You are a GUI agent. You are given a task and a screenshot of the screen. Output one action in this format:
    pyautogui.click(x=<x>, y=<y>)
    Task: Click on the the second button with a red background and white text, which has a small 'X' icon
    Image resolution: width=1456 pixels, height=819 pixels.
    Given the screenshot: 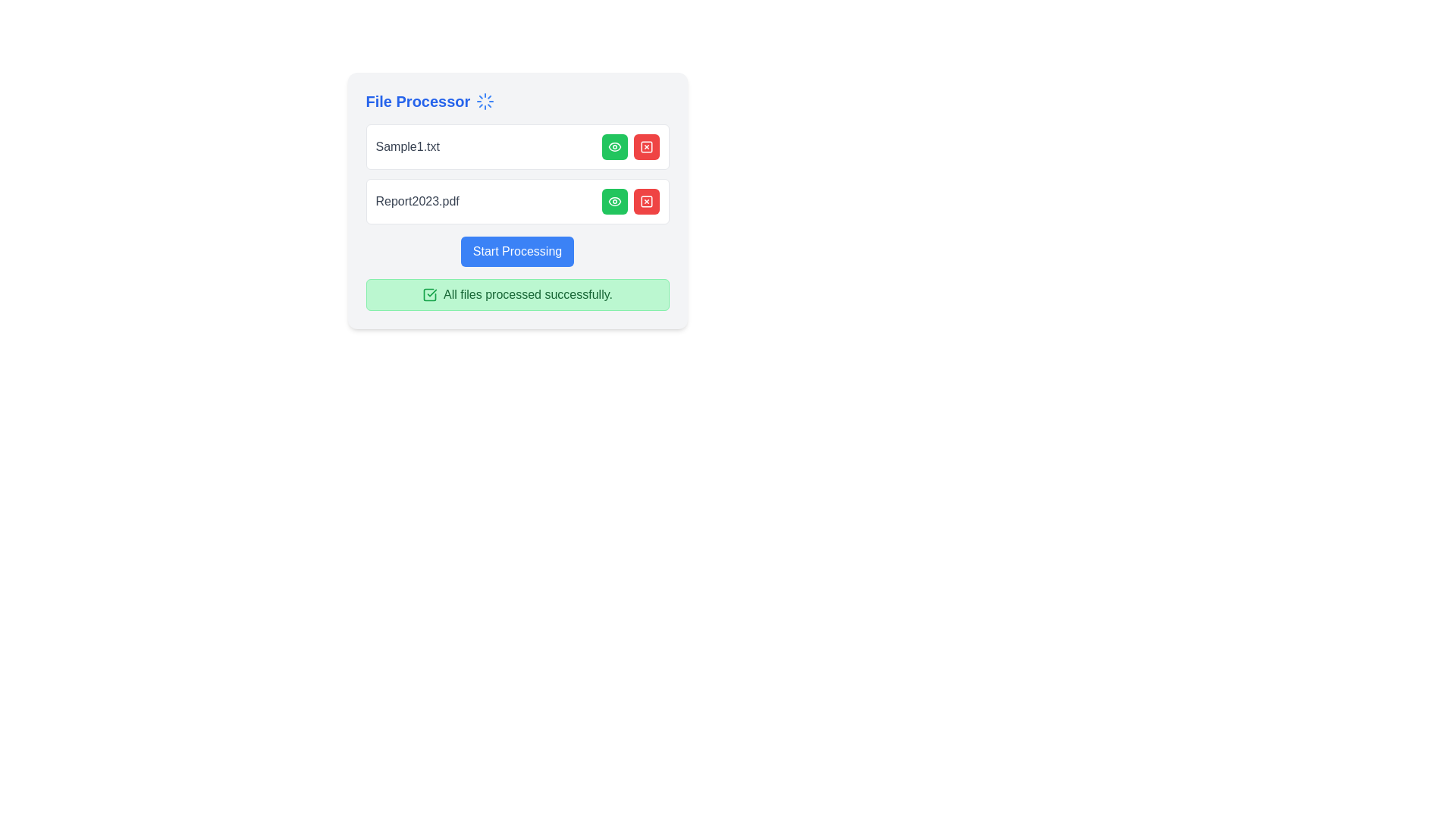 What is the action you would take?
    pyautogui.click(x=646, y=201)
    